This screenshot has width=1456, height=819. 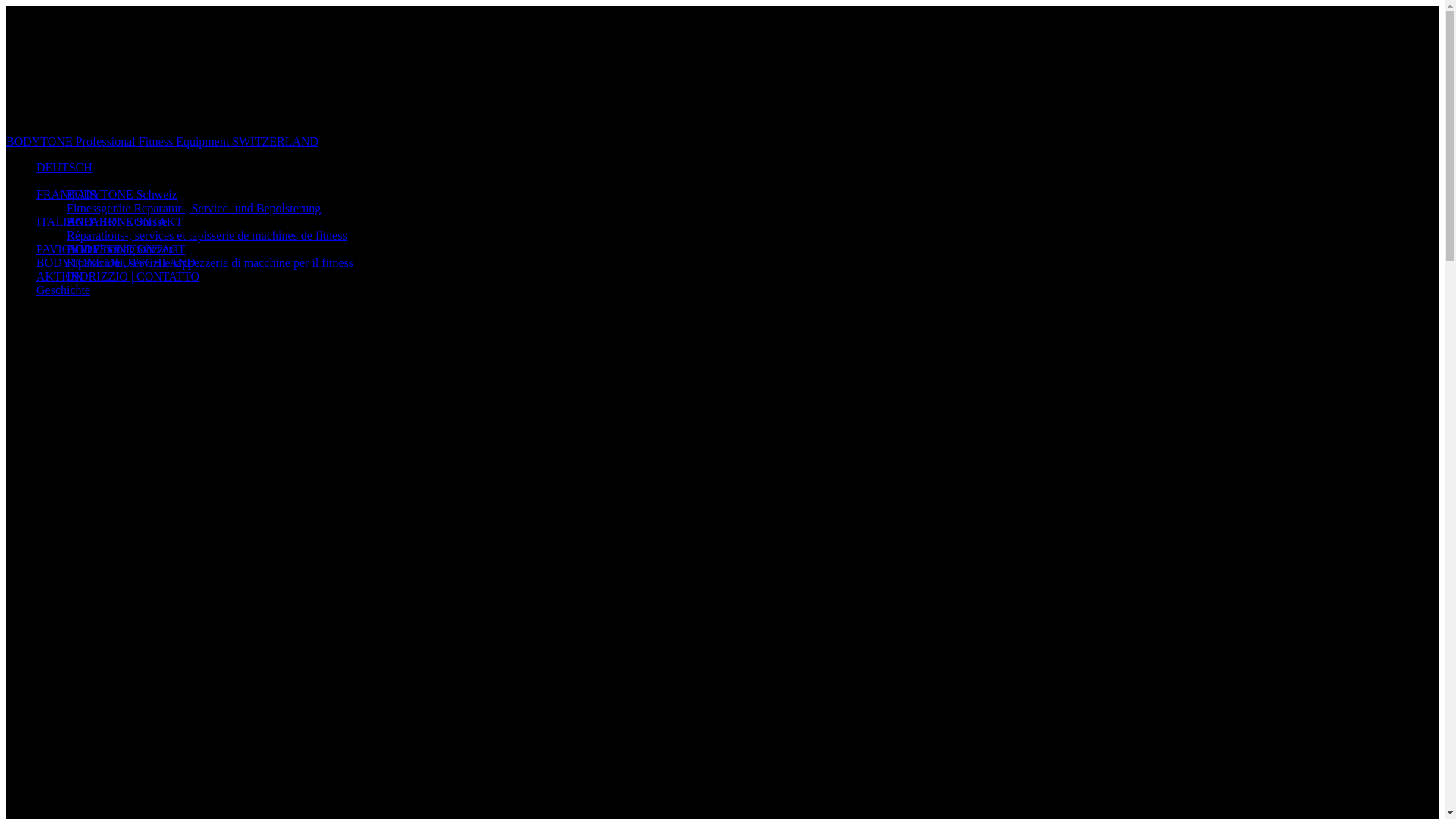 What do you see at coordinates (65, 248) in the screenshot?
I see `'BODYTONE Svizzera'` at bounding box center [65, 248].